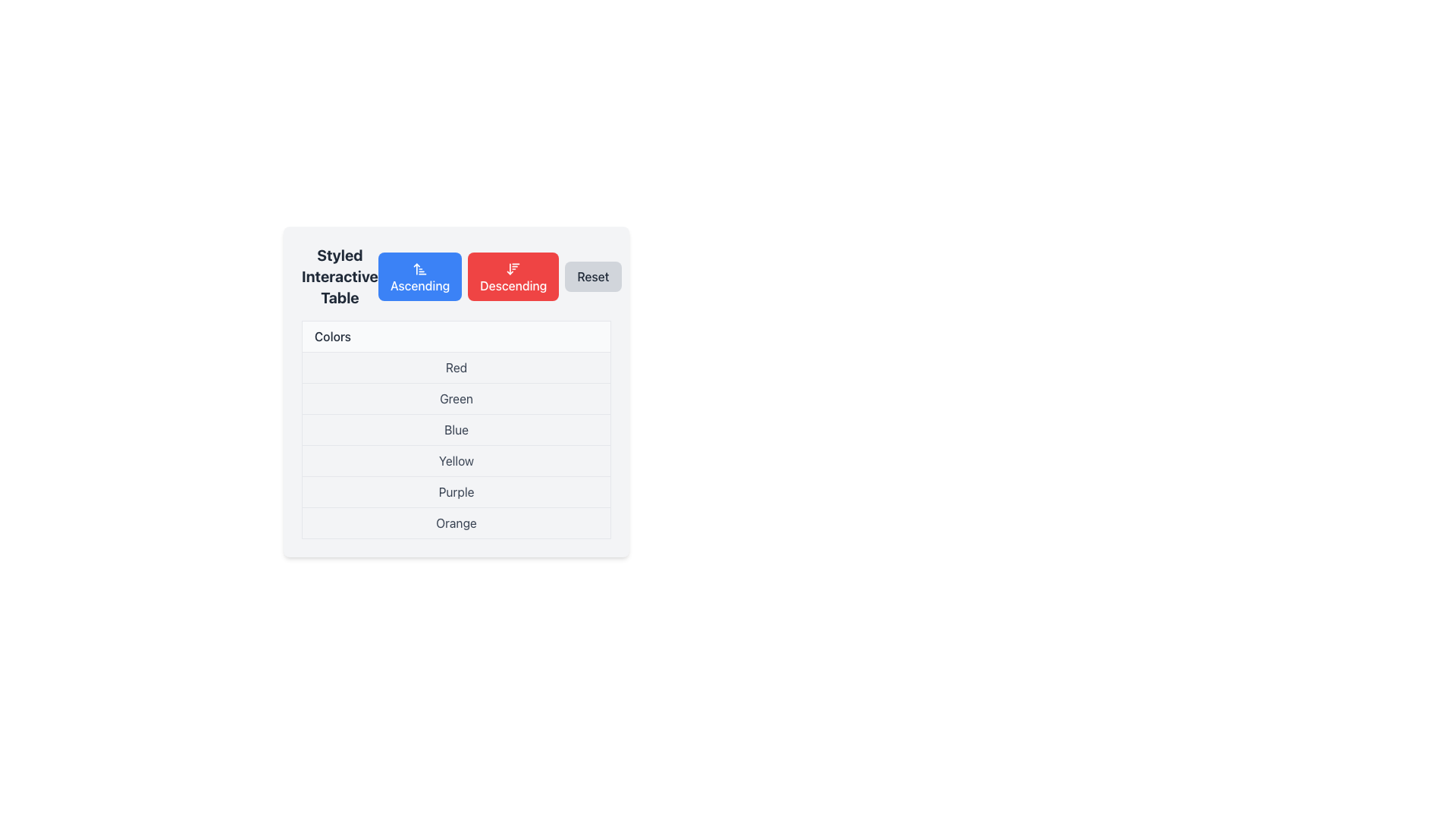 This screenshot has width=1456, height=819. I want to click on the red 'Descending' button with white text and downwards arrow icon, so click(513, 277).